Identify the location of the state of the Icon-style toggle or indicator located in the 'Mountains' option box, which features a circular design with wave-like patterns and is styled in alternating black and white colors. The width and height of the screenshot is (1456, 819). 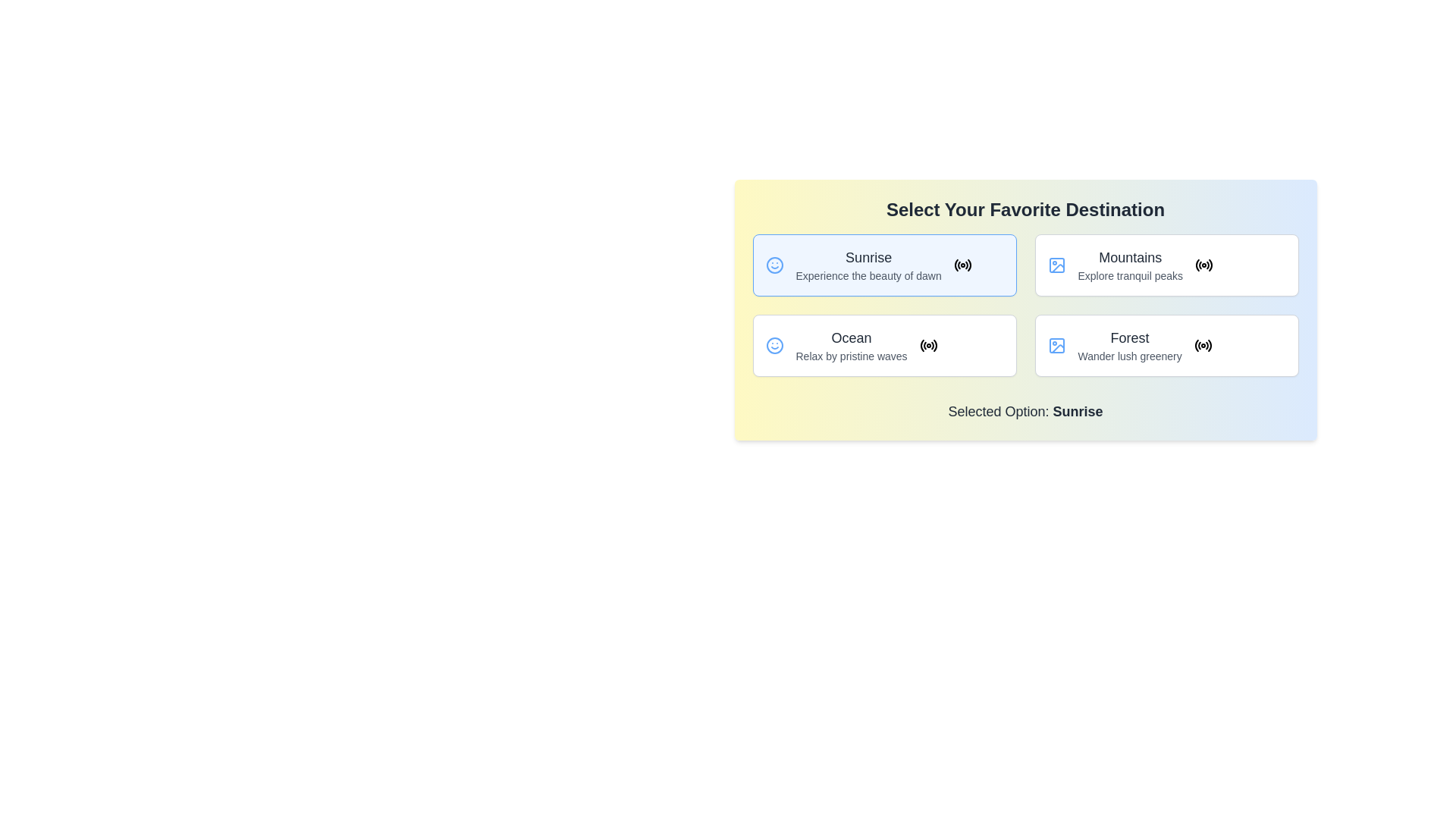
(1203, 265).